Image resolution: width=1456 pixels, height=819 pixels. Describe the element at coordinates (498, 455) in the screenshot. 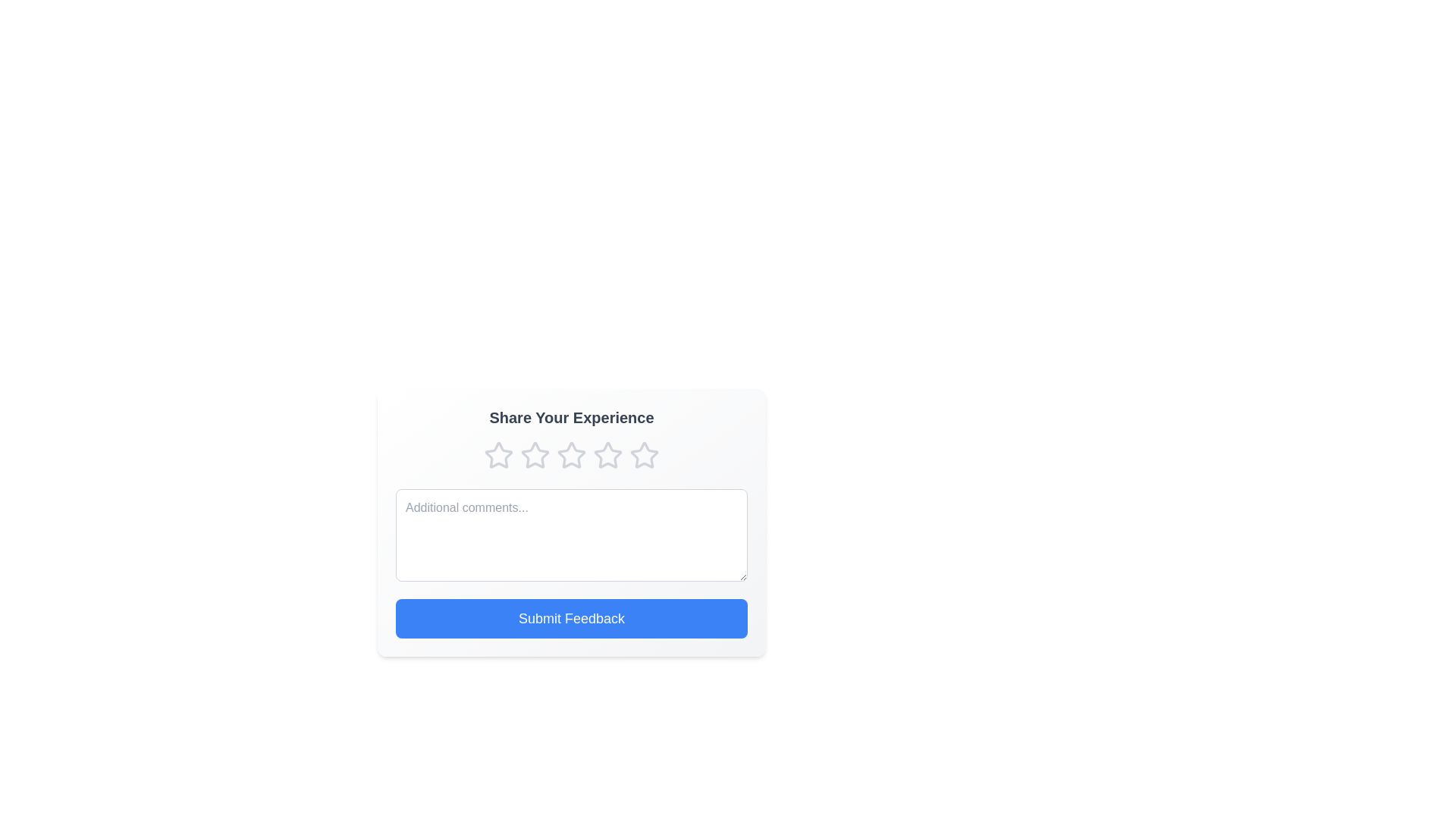

I see `the first star icon in the rating mechanism` at that location.